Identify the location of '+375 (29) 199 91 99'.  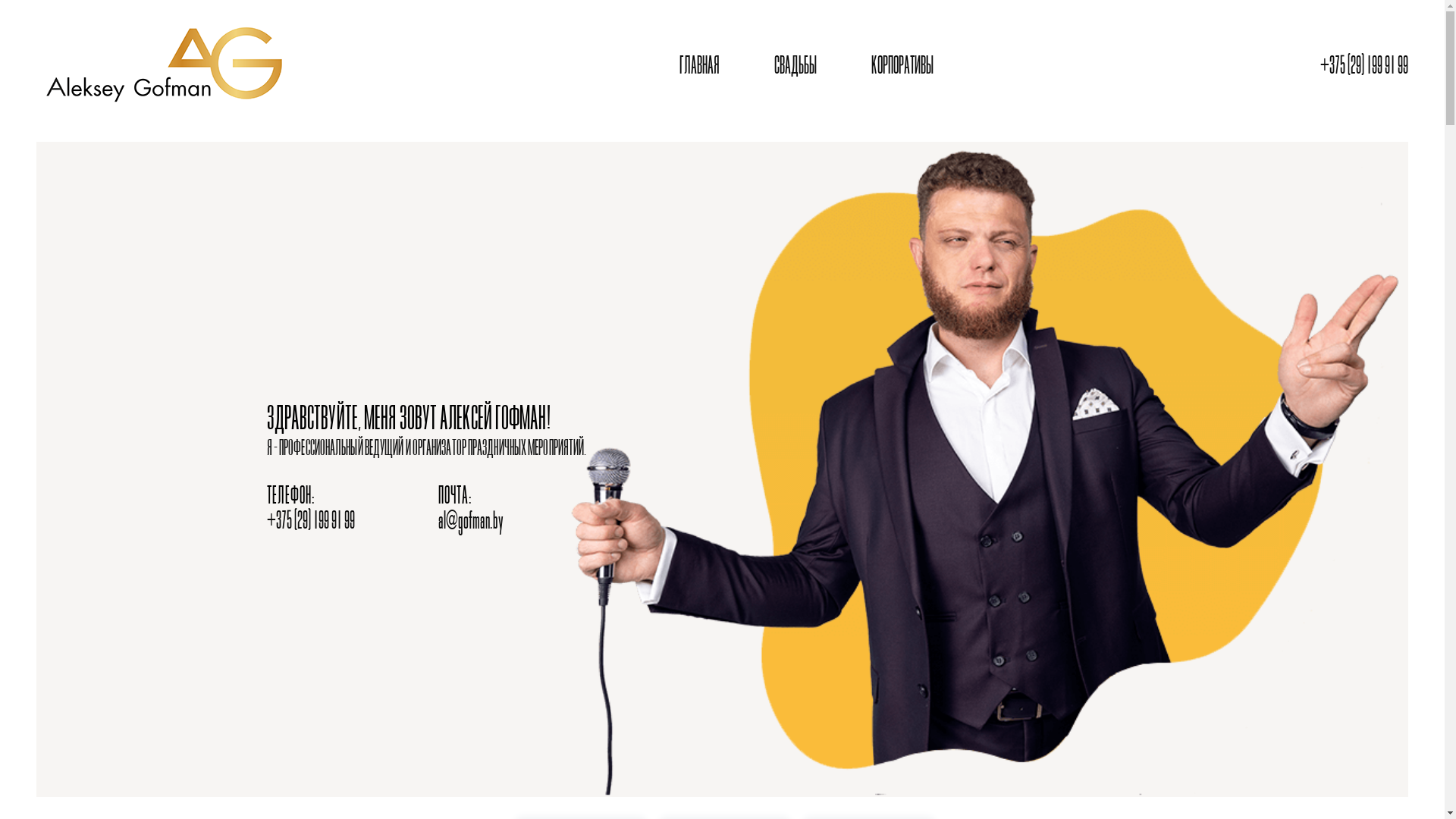
(1364, 66).